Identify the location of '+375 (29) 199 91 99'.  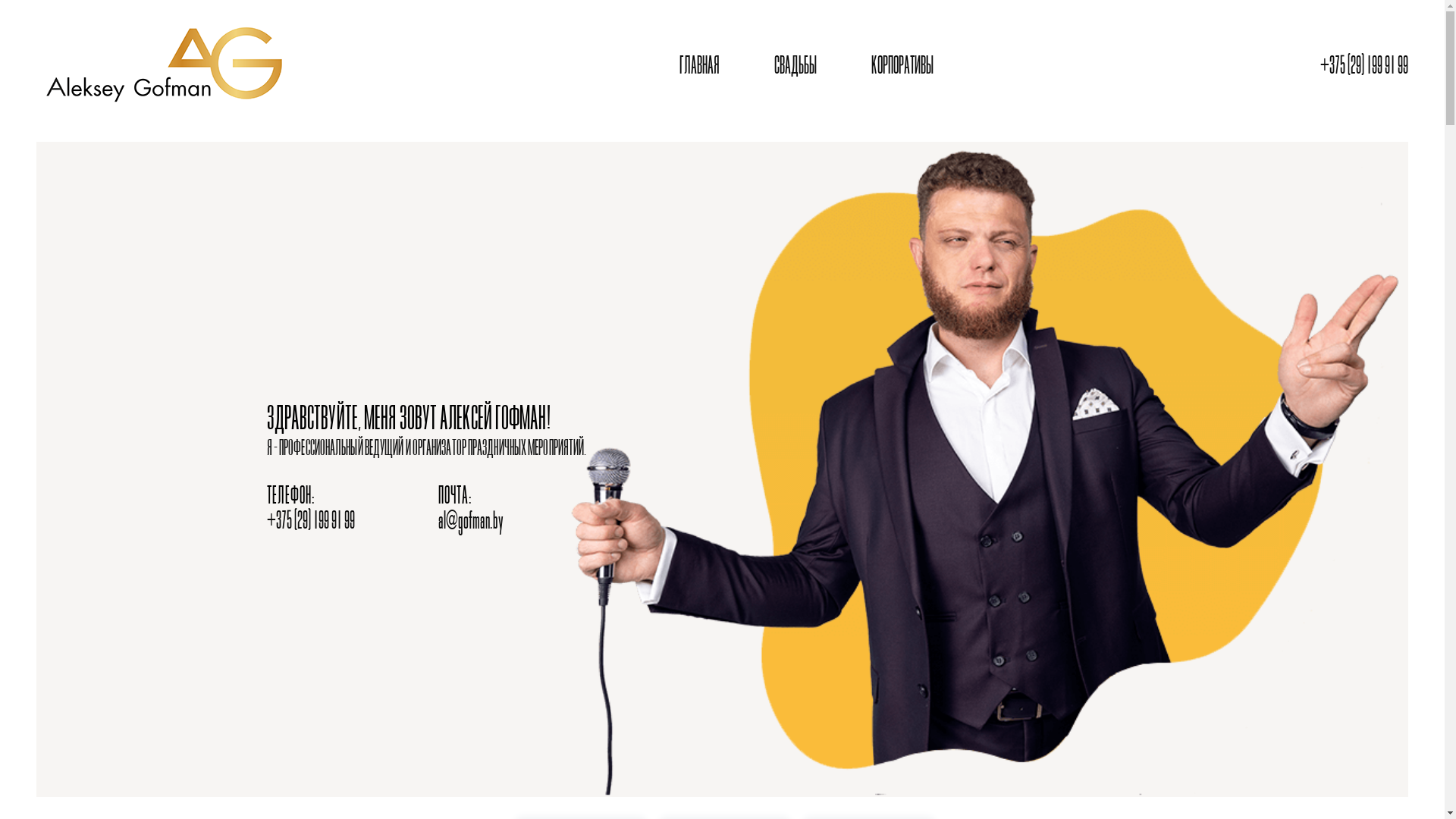
(1364, 66).